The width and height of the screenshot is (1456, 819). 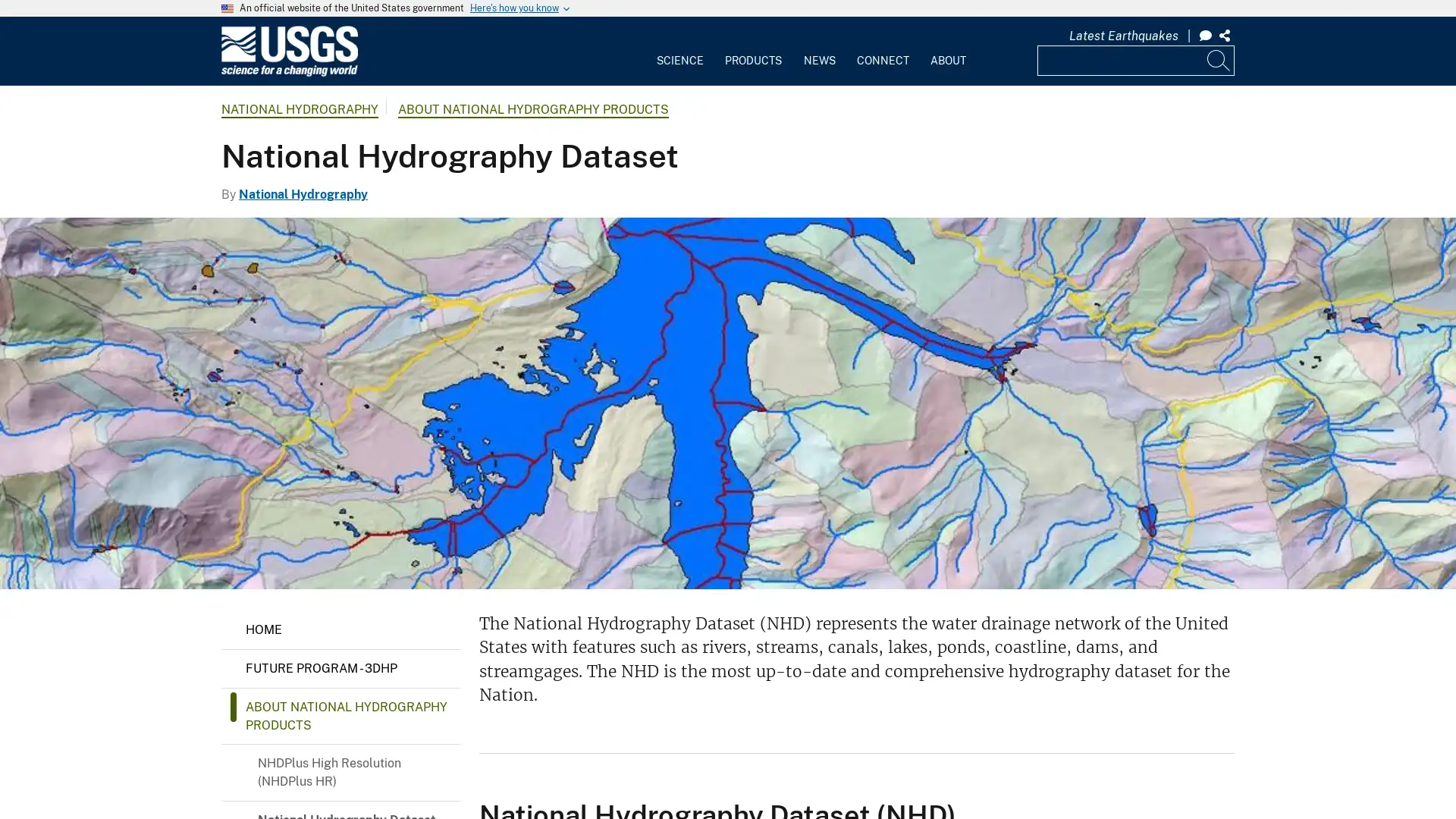 I want to click on Input, so click(x=1219, y=58).